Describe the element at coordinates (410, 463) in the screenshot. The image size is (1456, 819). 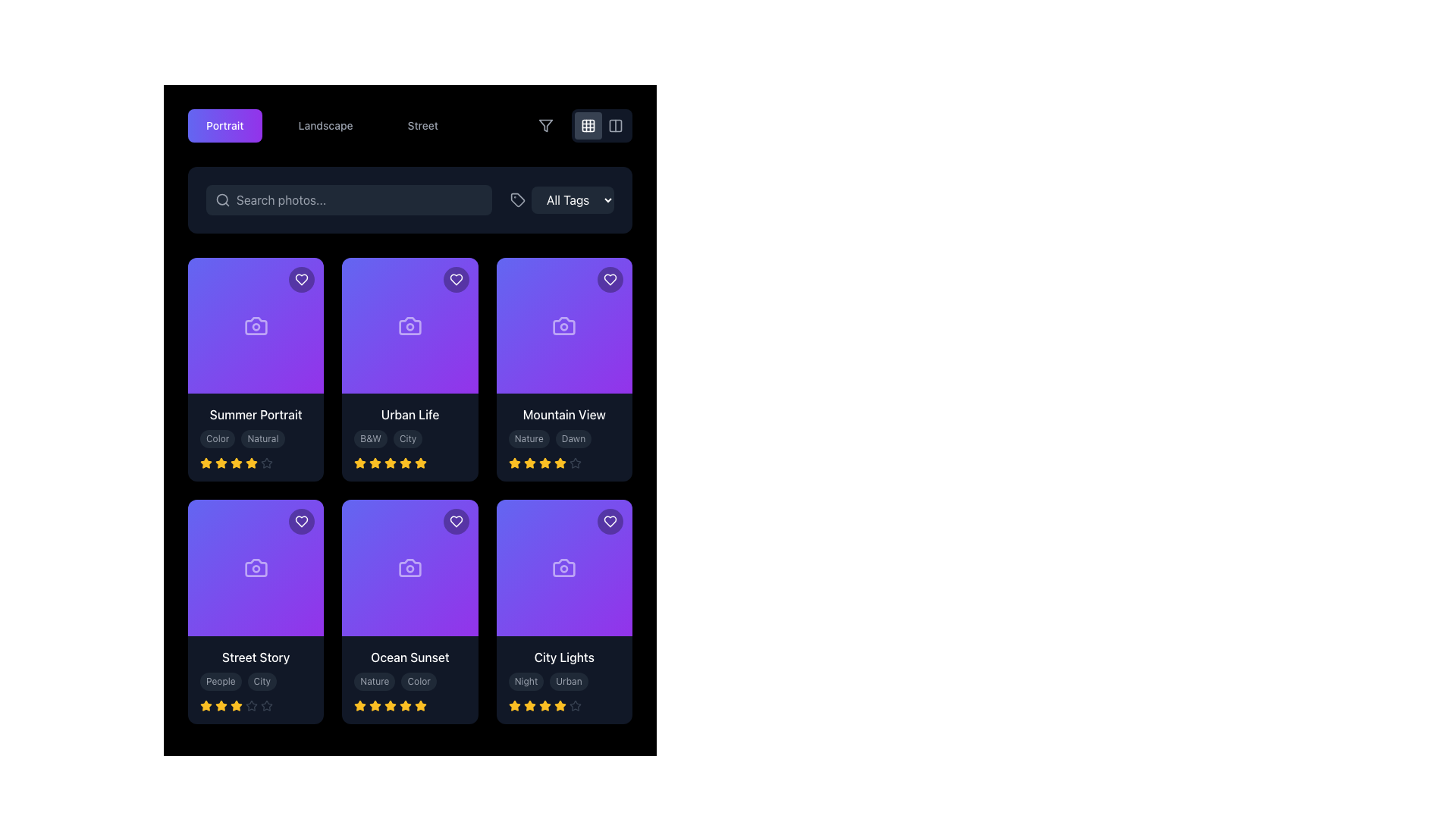
I see `the specific star in the Rating indicator element of the 'Urban Life' card to interact with the rating system` at that location.